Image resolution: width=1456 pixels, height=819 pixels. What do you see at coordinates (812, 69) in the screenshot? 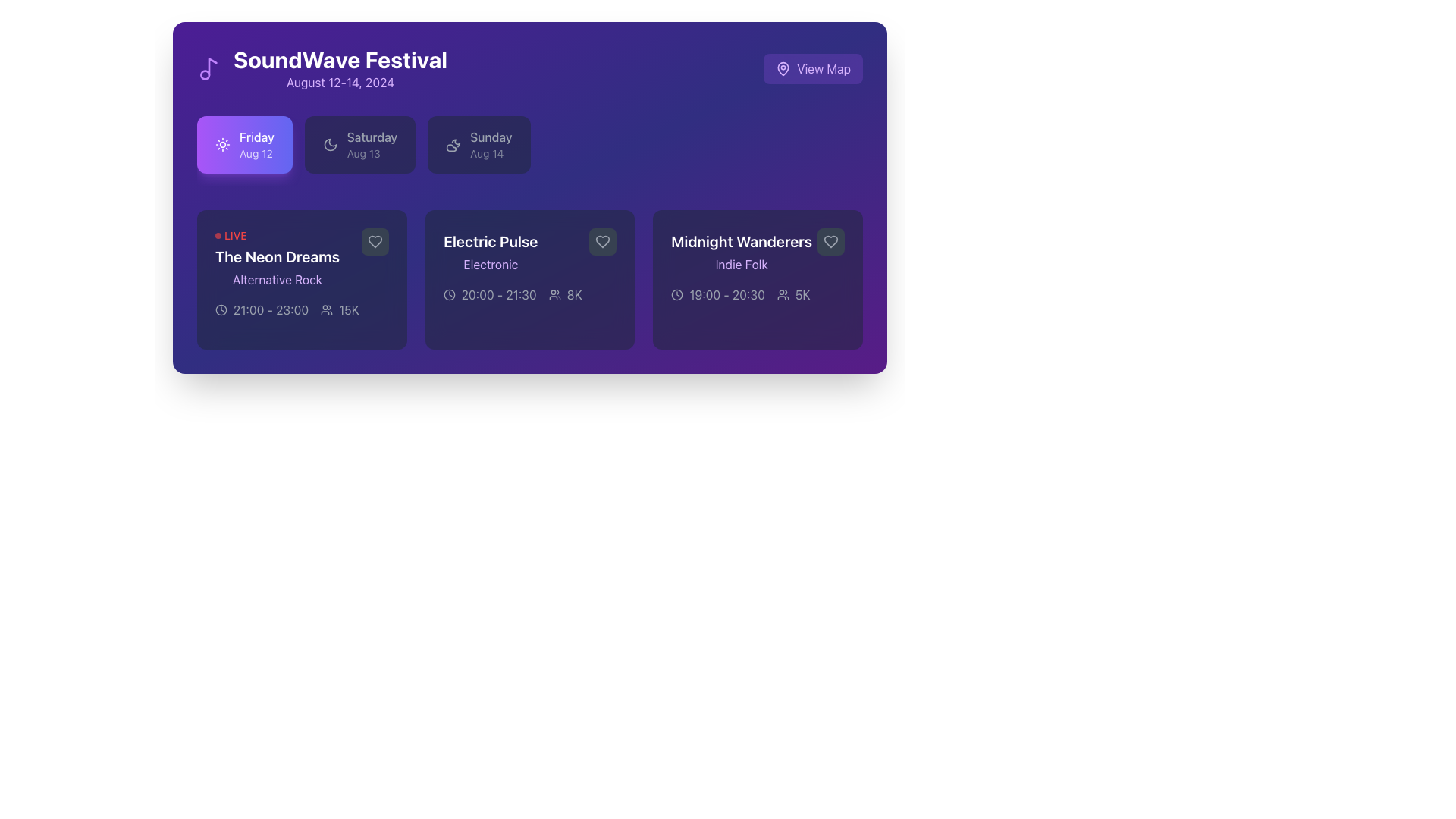
I see `the button located at the top-right corner of the interface, aligned with the title header 'SoundWave Festival'` at bounding box center [812, 69].